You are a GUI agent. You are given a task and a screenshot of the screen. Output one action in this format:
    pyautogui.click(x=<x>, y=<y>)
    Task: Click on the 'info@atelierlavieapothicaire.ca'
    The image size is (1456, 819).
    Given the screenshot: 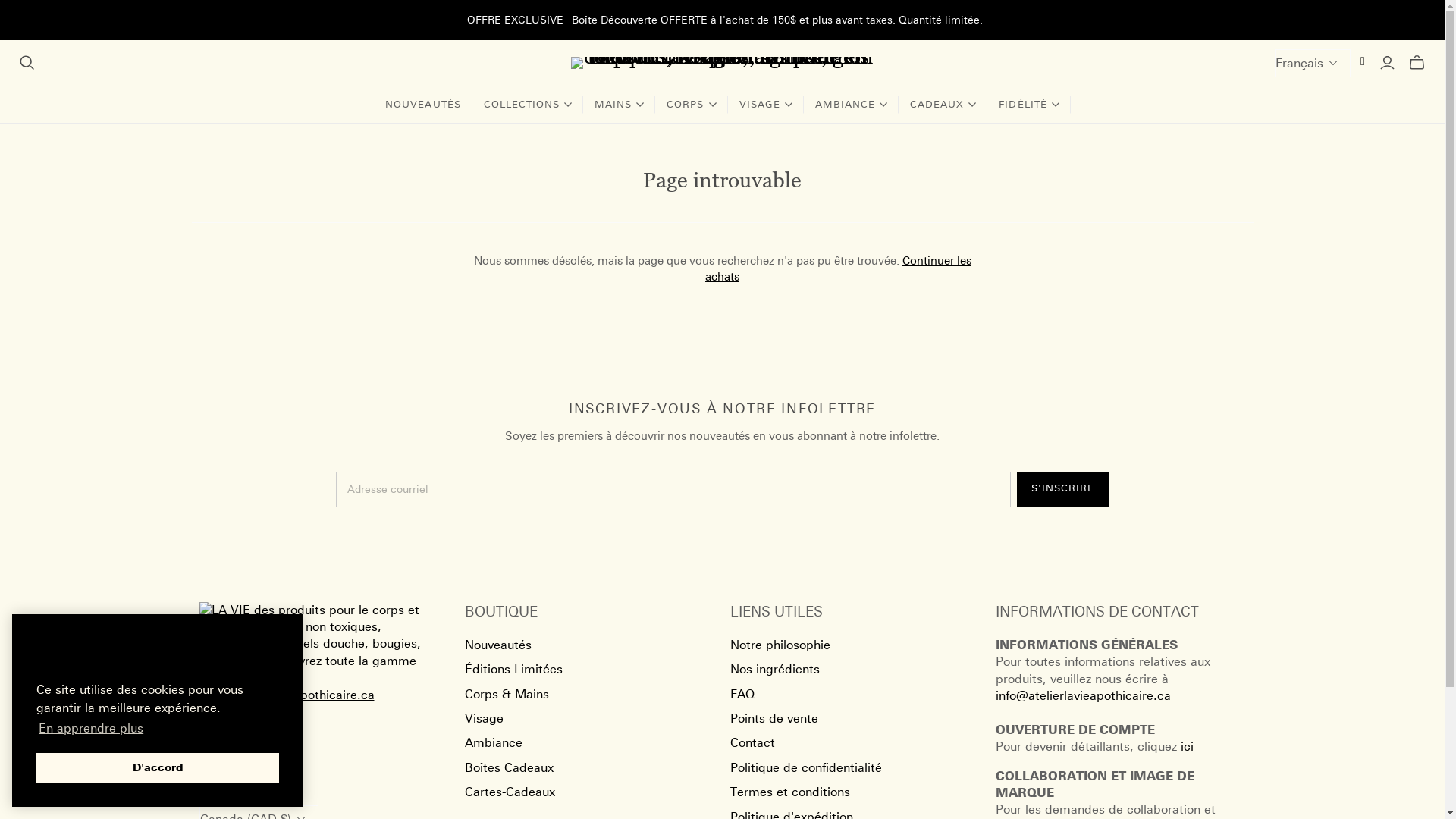 What is the action you would take?
    pyautogui.click(x=1081, y=704)
    